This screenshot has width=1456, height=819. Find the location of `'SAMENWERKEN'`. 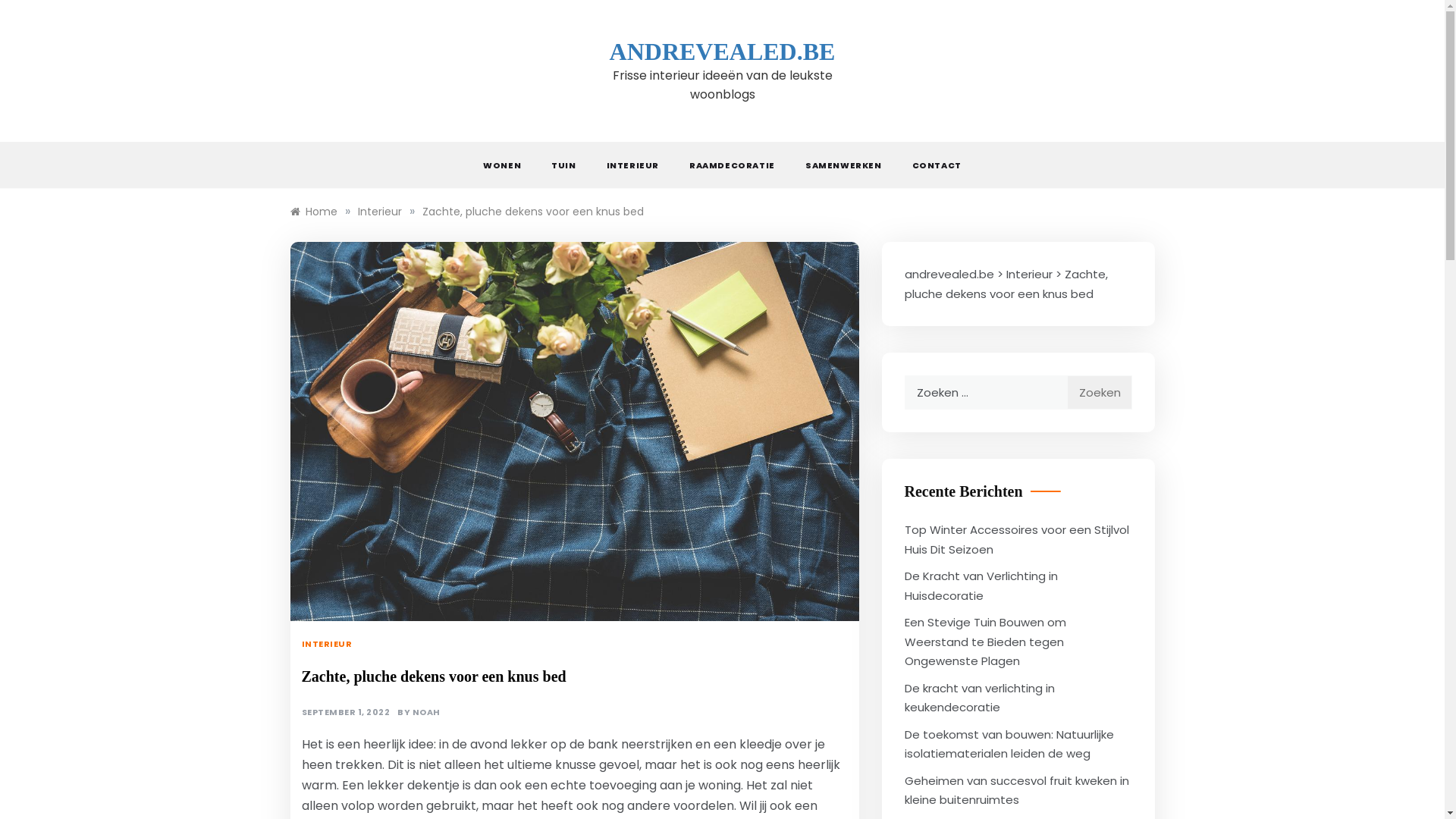

'SAMENWERKEN' is located at coordinates (843, 165).